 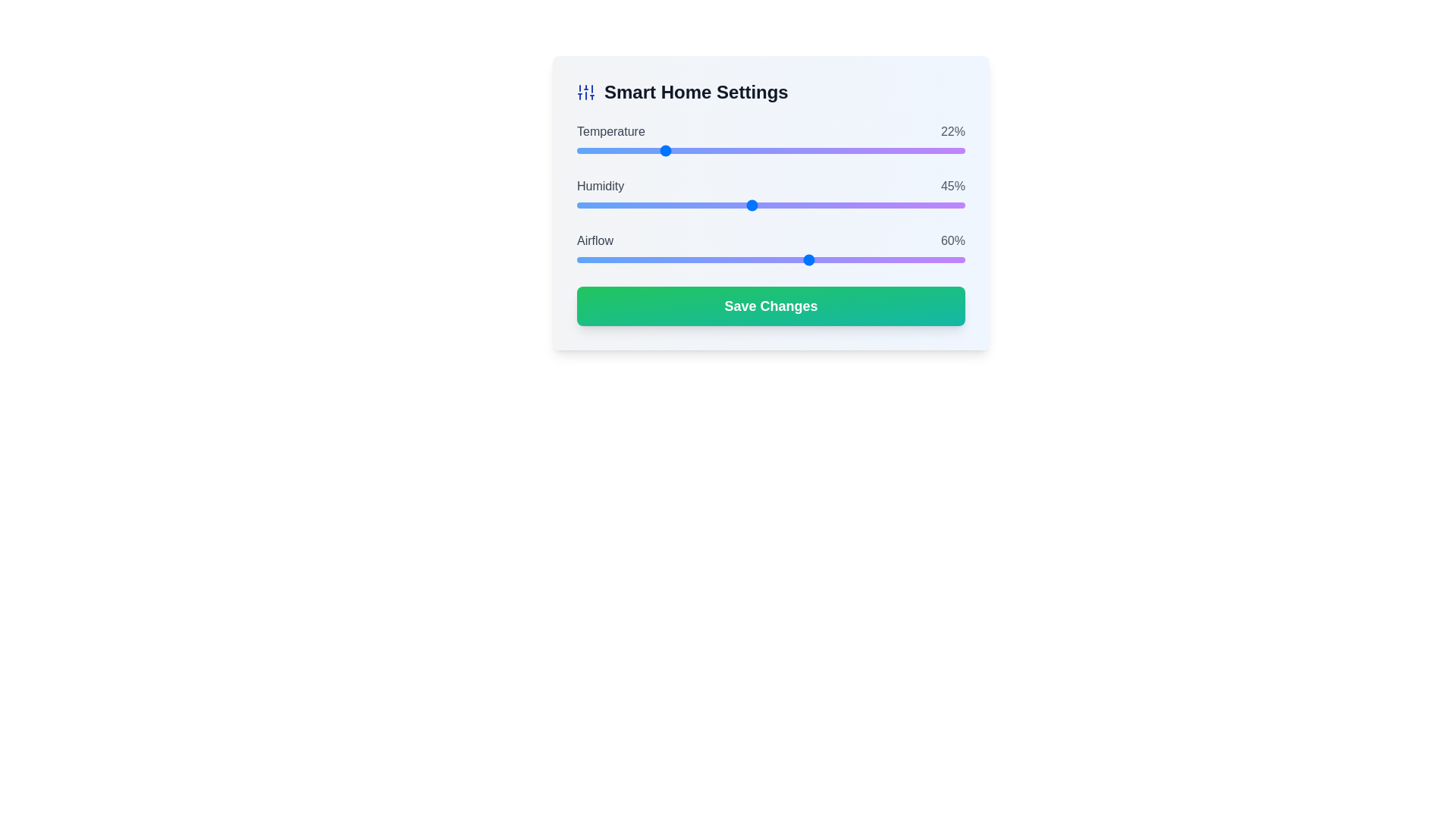 What do you see at coordinates (771, 140) in the screenshot?
I see `the horizontal slider for 'Temperature' located beneath the label and alongside the text '22%'` at bounding box center [771, 140].